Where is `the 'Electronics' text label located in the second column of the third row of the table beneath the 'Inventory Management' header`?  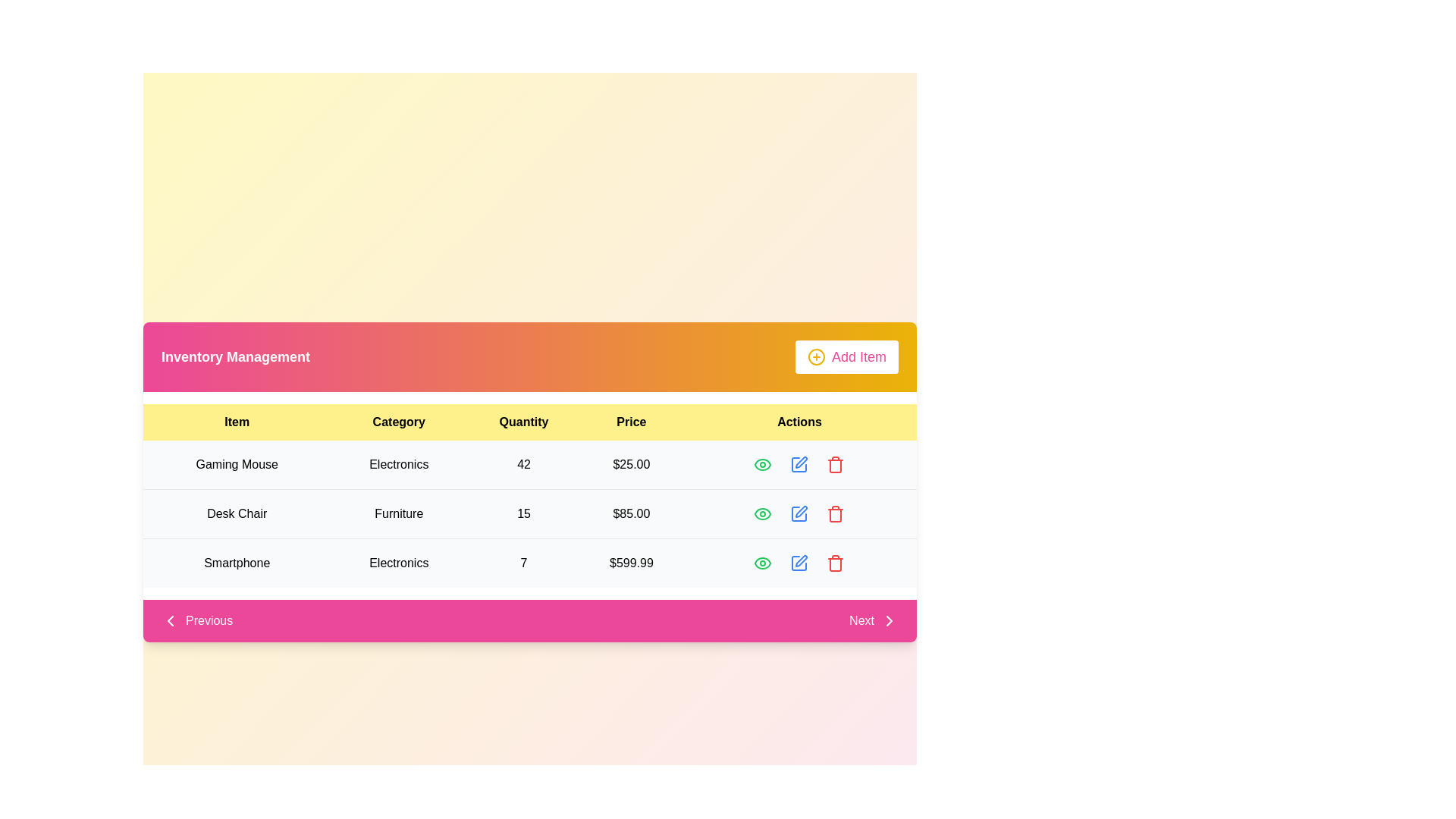 the 'Electronics' text label located in the second column of the third row of the table beneath the 'Inventory Management' header is located at coordinates (399, 563).